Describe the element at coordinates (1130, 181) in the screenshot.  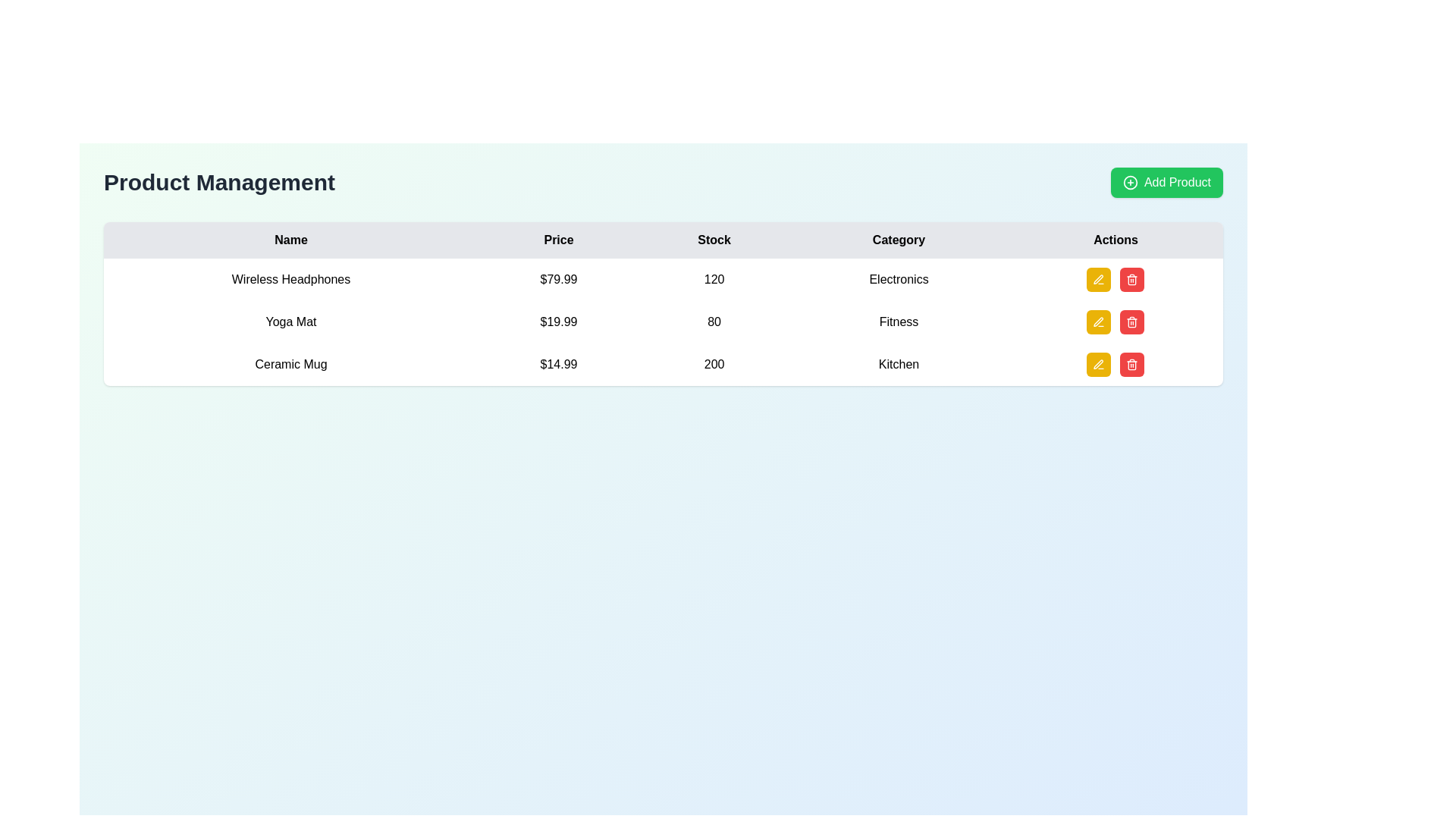
I see `the decorative SVG circle element located in the central section of the 'Add Product' button, specifically part of the left-hand graphical icon` at that location.